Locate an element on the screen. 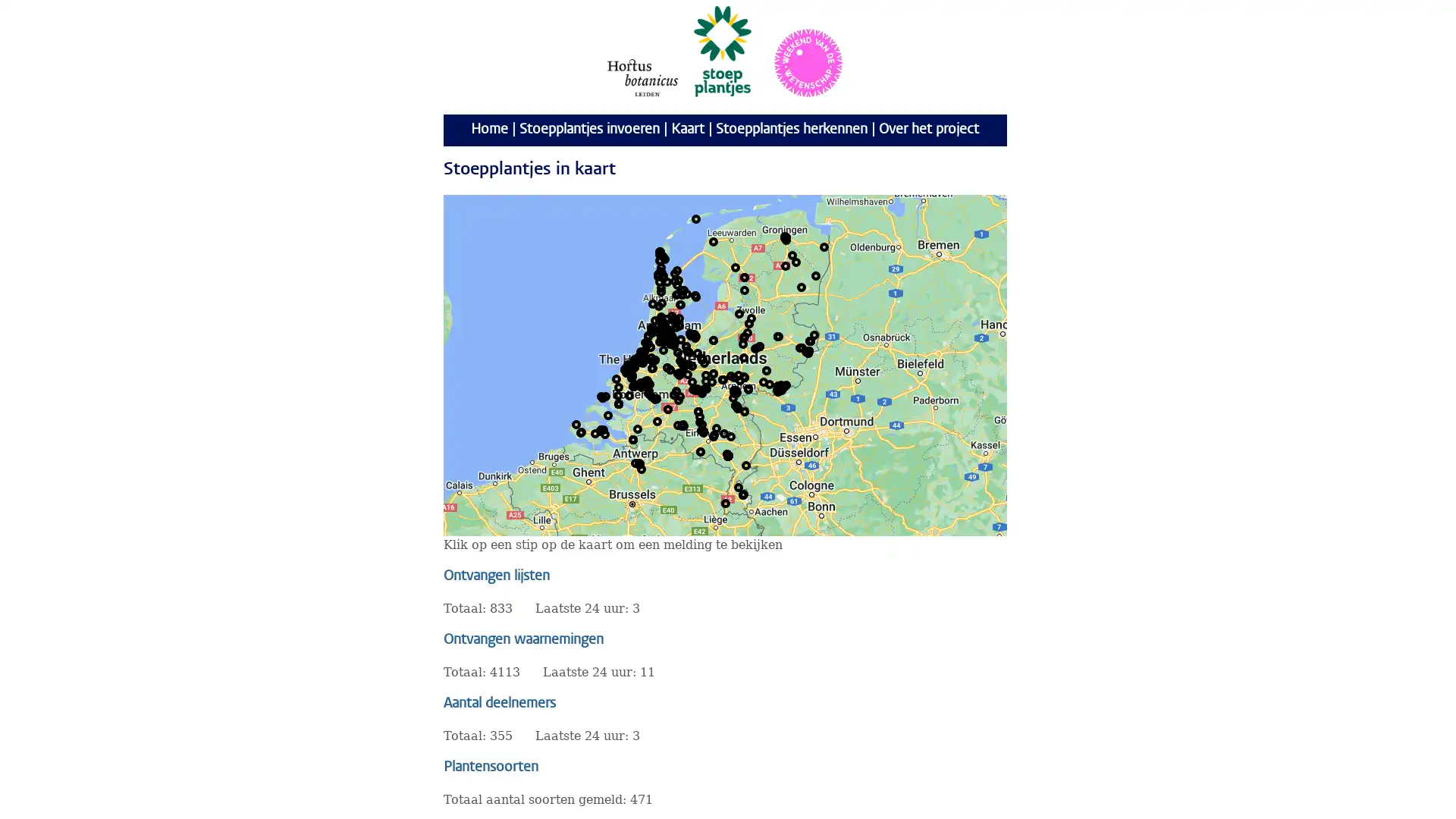 This screenshot has width=1456, height=819. Telling van Sara Bes op 28 maart 2022 is located at coordinates (666, 333).